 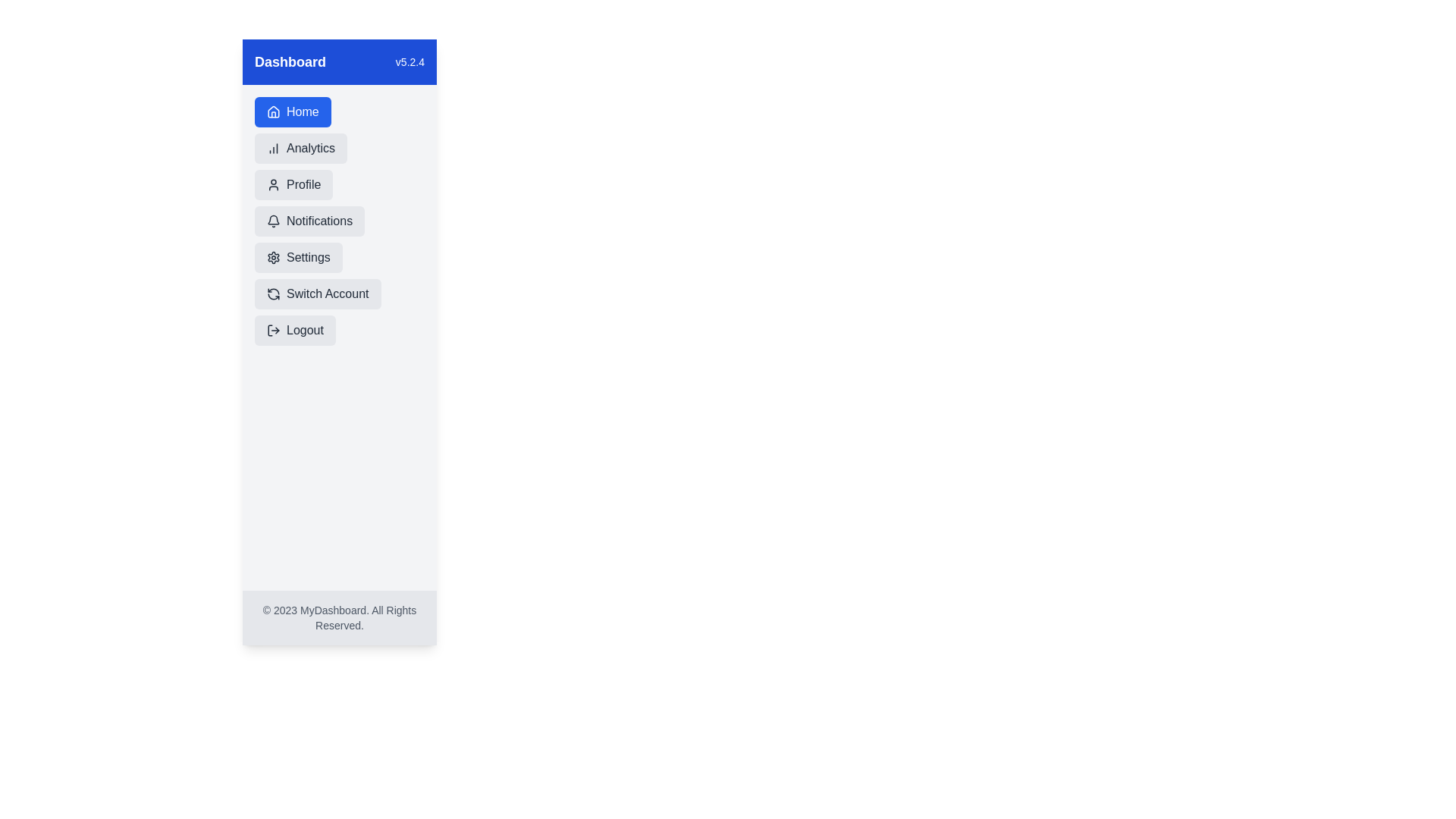 I want to click on the SVG Icon representing the logout action located in the menu section of the side navigation panel to log out, so click(x=273, y=329).